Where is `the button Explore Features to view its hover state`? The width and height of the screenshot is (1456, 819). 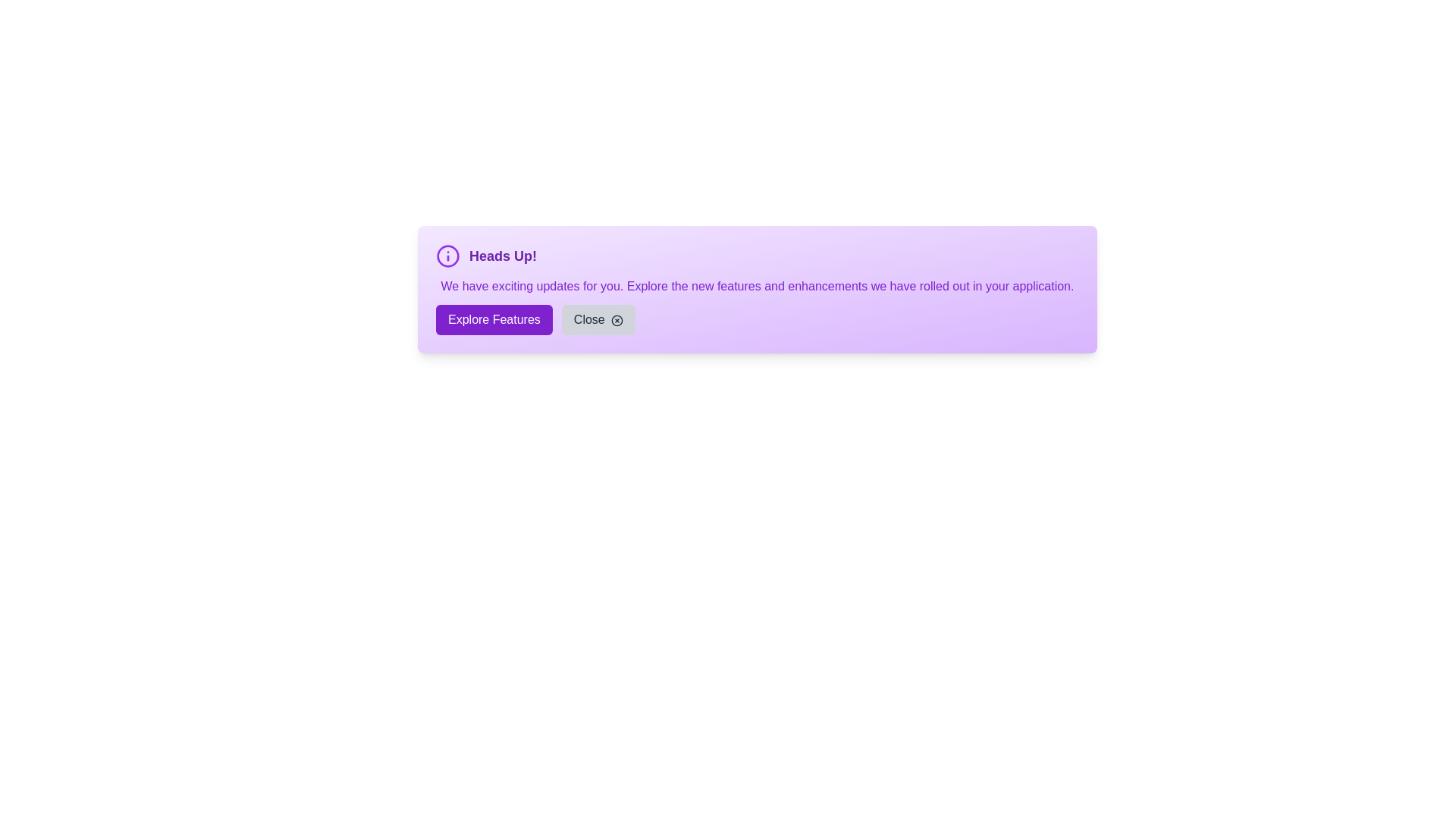 the button Explore Features to view its hover state is located at coordinates (494, 318).